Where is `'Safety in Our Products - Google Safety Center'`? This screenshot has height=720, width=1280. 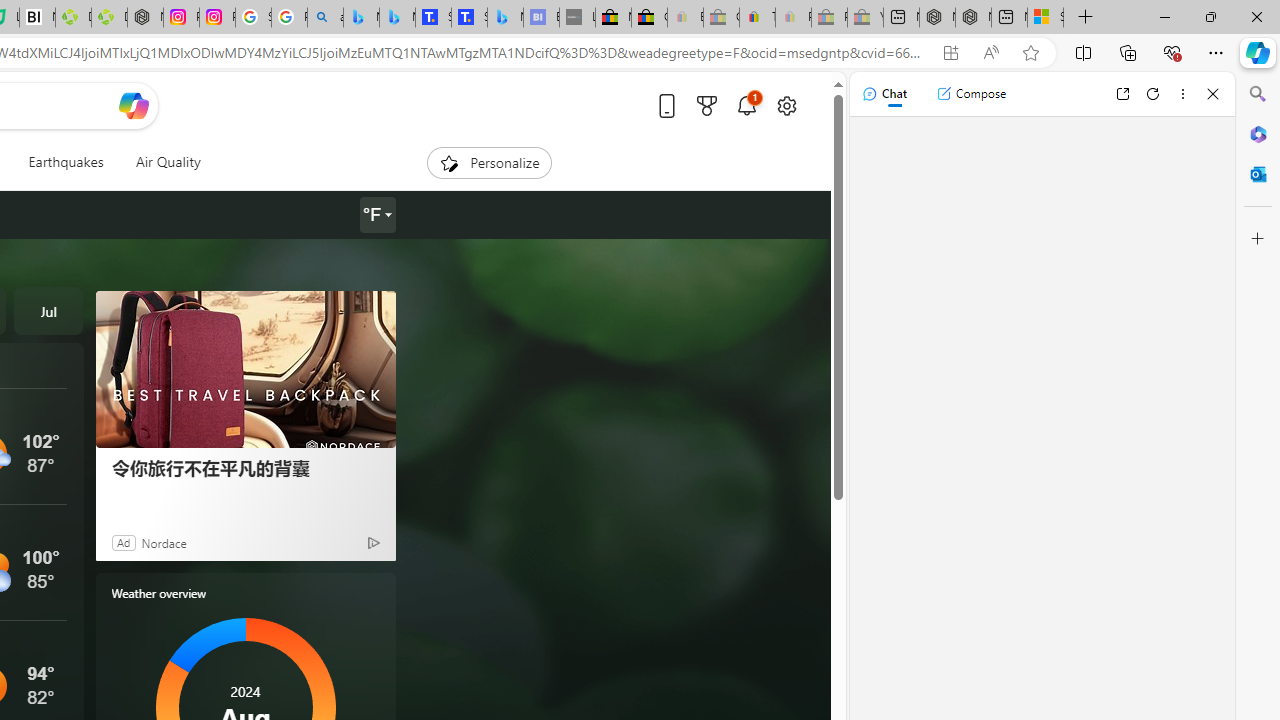 'Safety in Our Products - Google Safety Center' is located at coordinates (252, 17).